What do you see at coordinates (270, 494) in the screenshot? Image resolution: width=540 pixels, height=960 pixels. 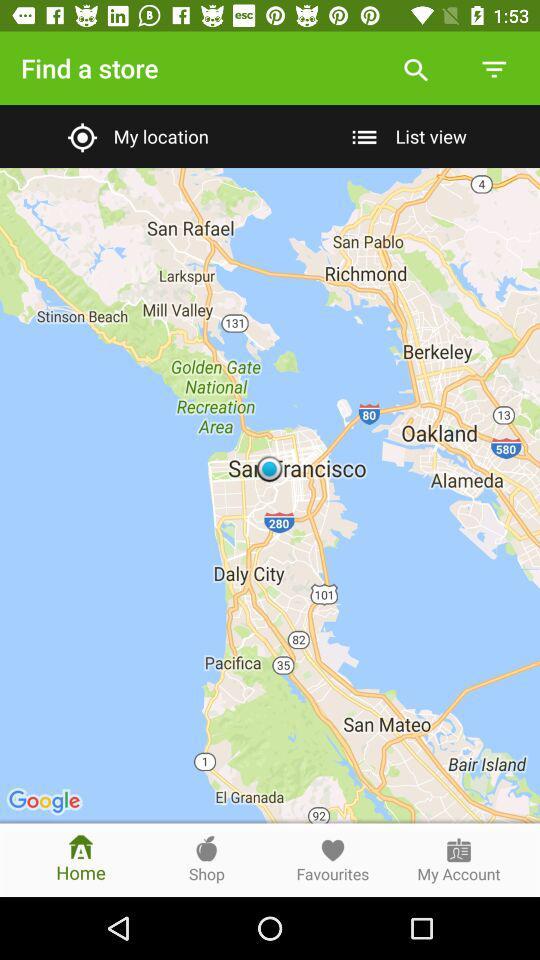 I see `item below my location item` at bounding box center [270, 494].